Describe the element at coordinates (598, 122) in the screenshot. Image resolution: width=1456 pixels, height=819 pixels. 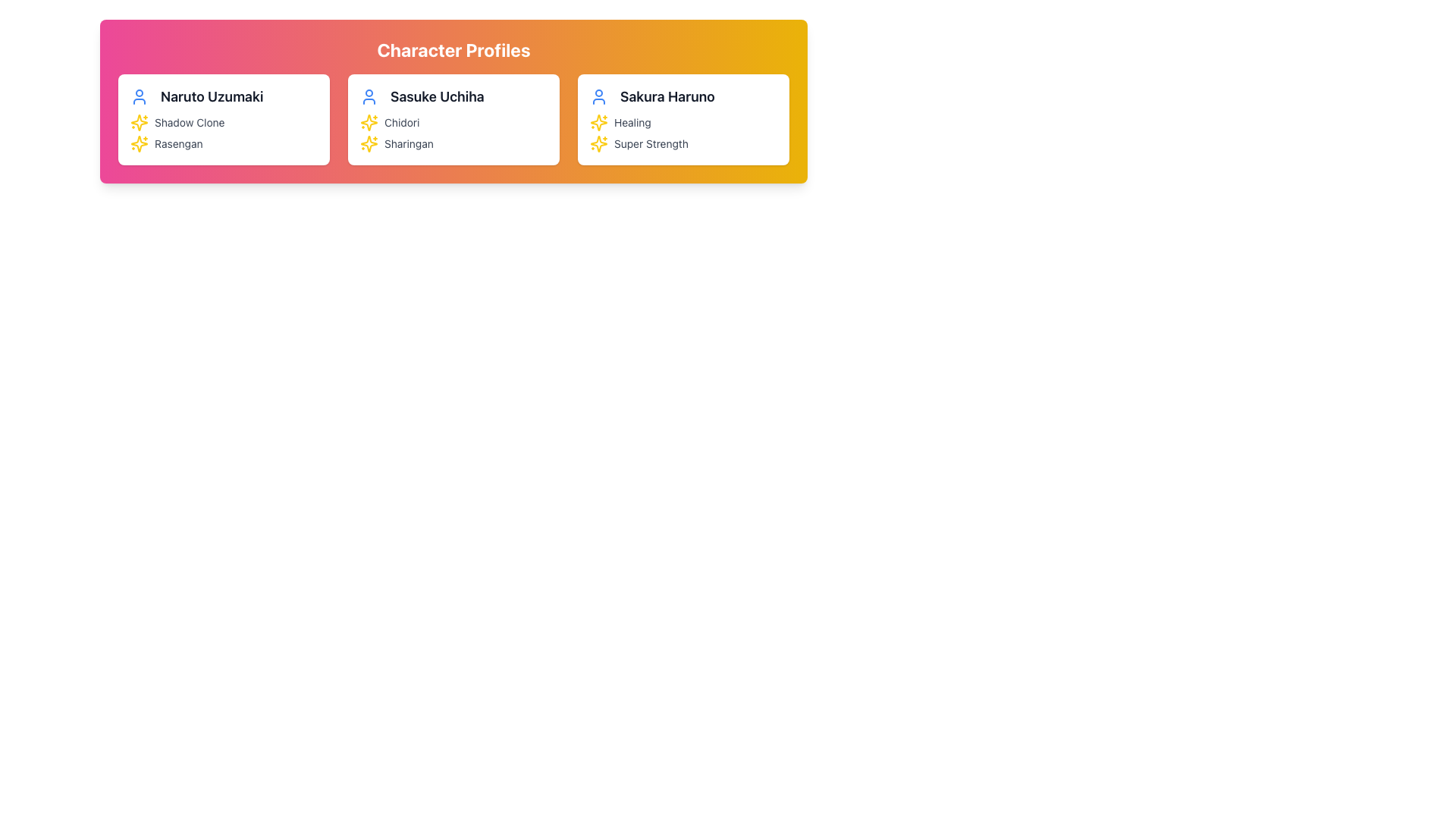
I see `the Healing icon located within the 'Sakura Haruno' card, positioned on the far-right of the layout as the left-most item in the row of features` at that location.